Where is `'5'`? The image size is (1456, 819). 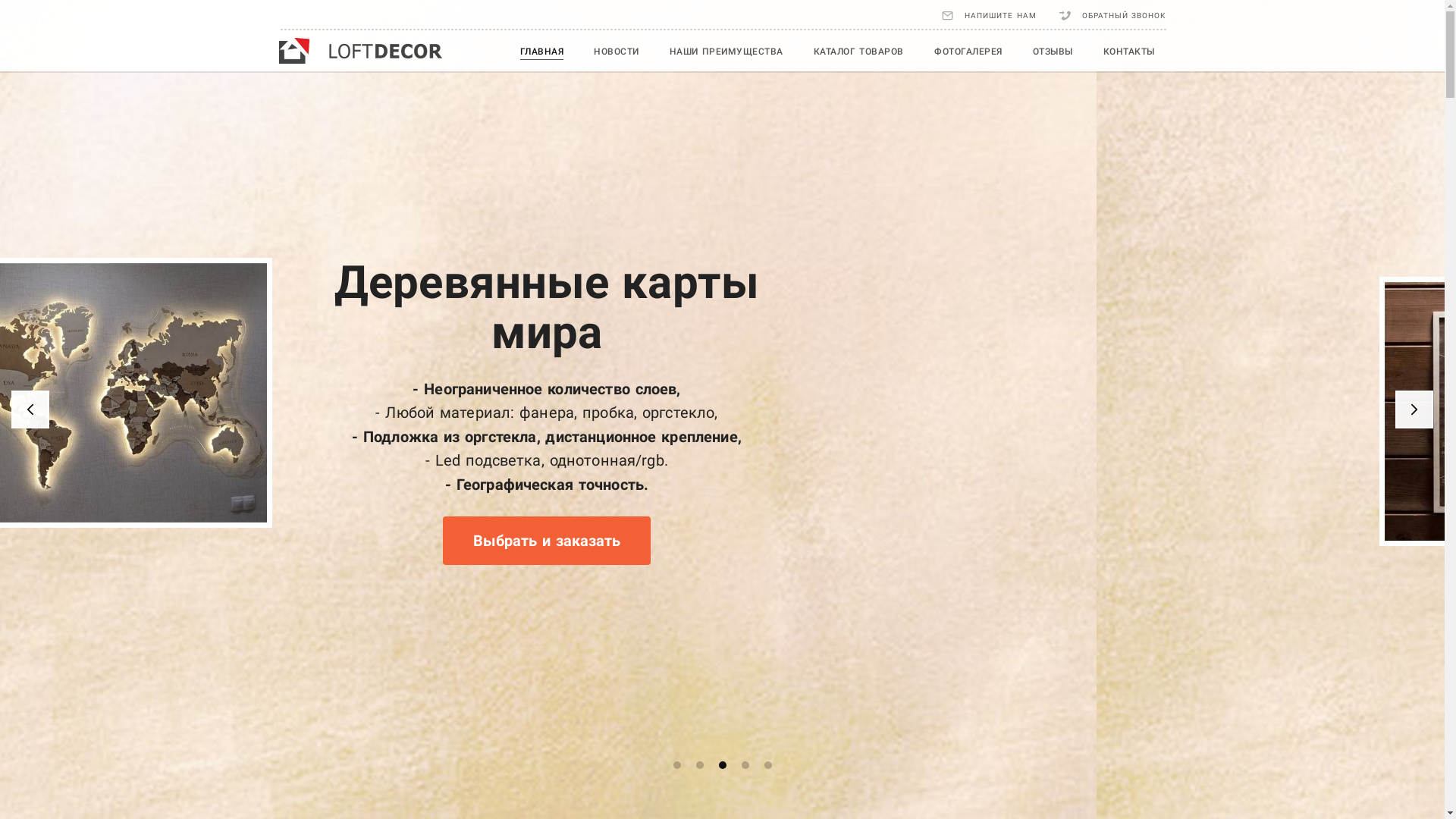
'5' is located at coordinates (767, 765).